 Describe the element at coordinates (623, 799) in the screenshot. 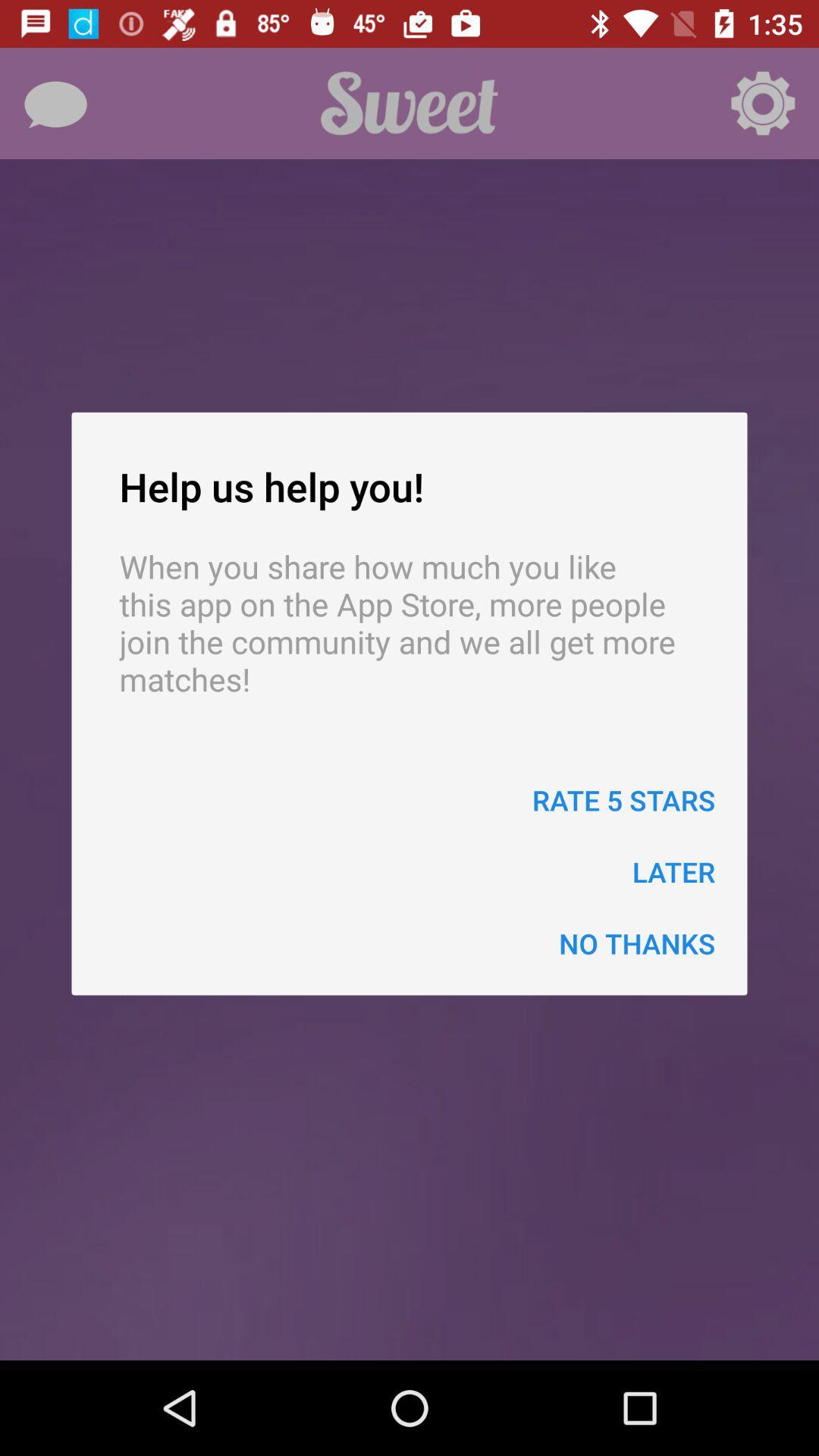

I see `icon above later item` at that location.